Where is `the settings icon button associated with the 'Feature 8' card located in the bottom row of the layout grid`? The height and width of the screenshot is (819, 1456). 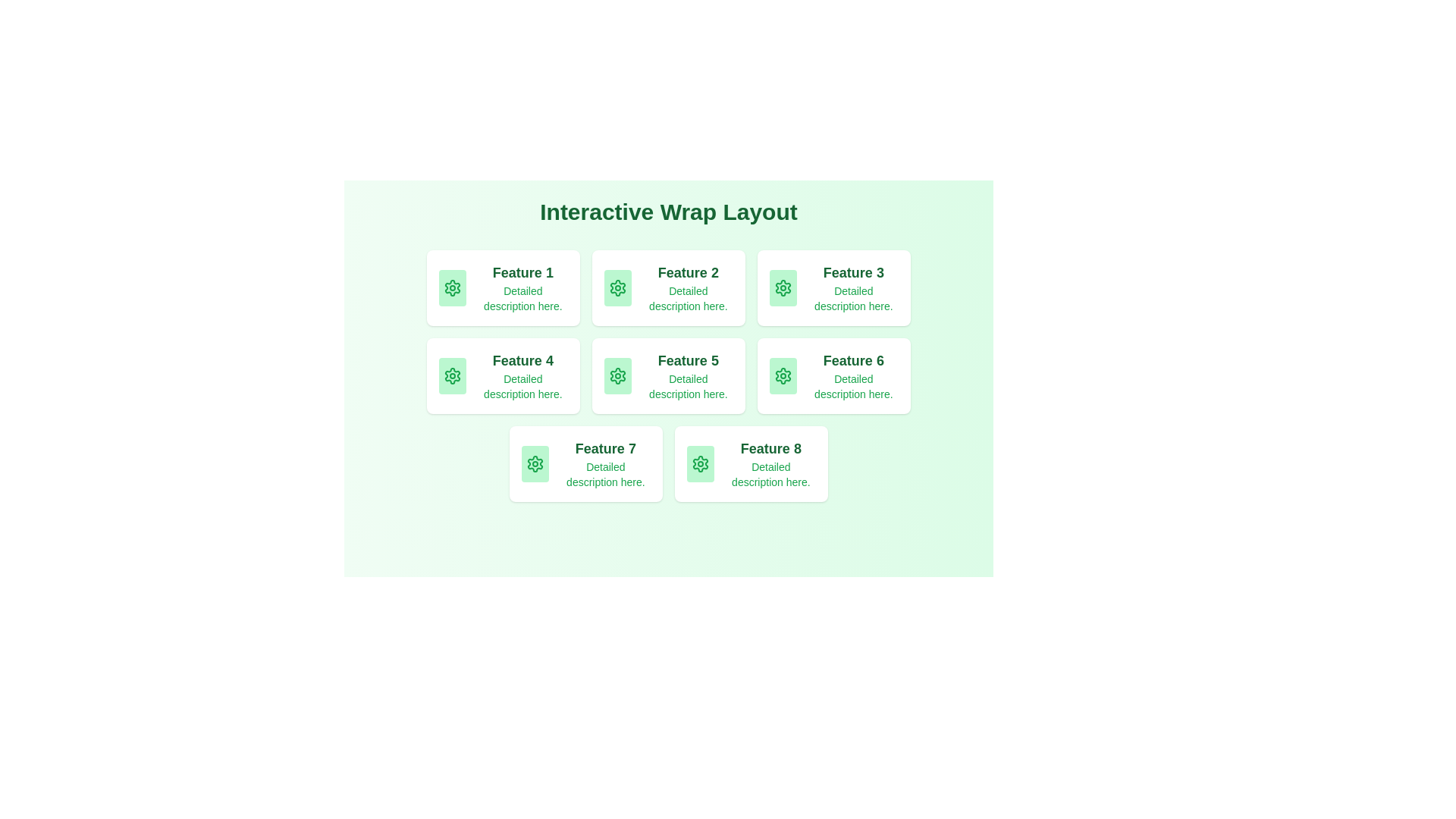
the settings icon button associated with the 'Feature 8' card located in the bottom row of the layout grid is located at coordinates (699, 463).